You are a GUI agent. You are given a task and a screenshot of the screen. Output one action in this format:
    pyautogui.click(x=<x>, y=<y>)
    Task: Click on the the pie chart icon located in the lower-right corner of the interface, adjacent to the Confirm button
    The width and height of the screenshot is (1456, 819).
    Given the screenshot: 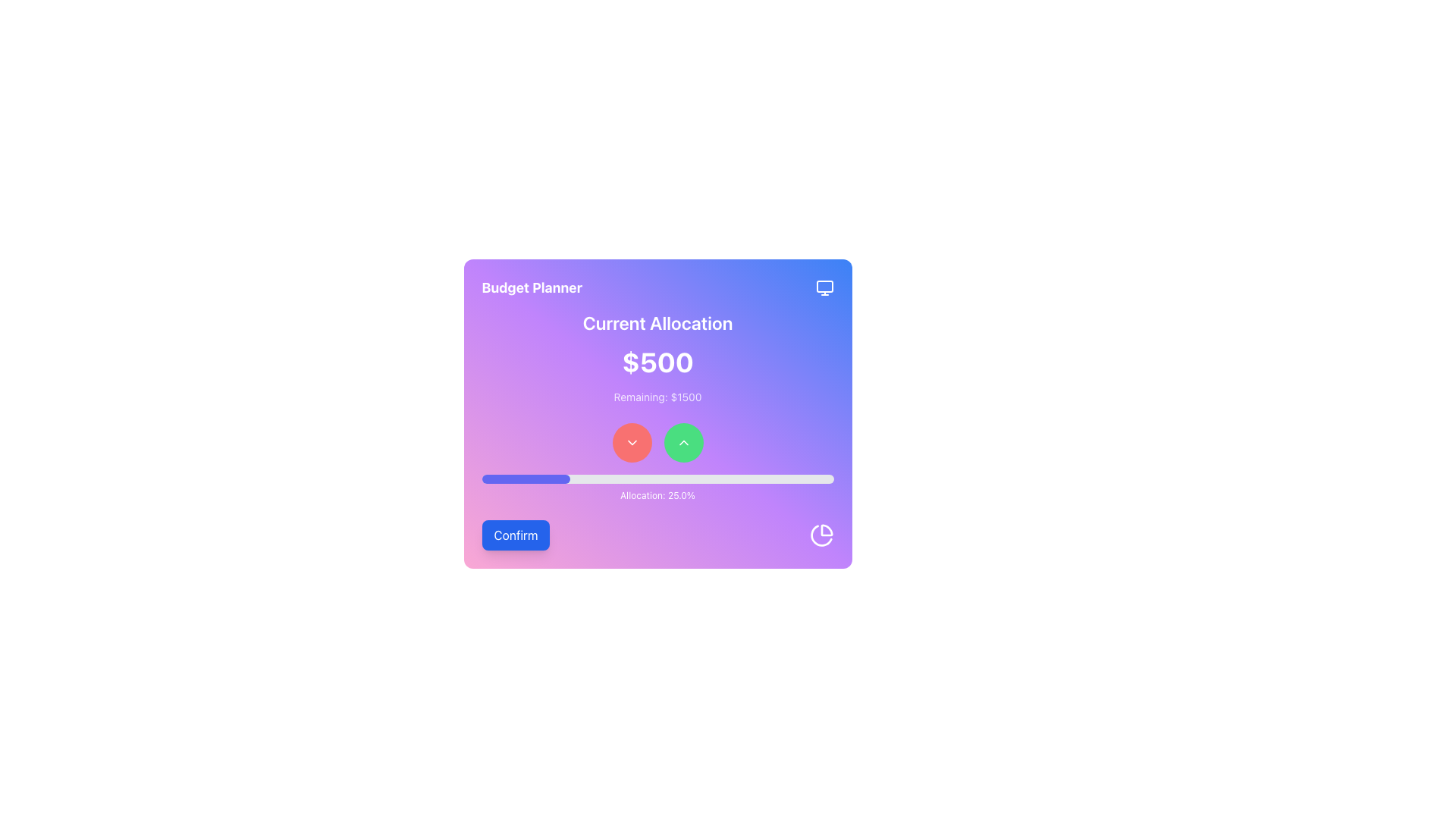 What is the action you would take?
    pyautogui.click(x=821, y=534)
    